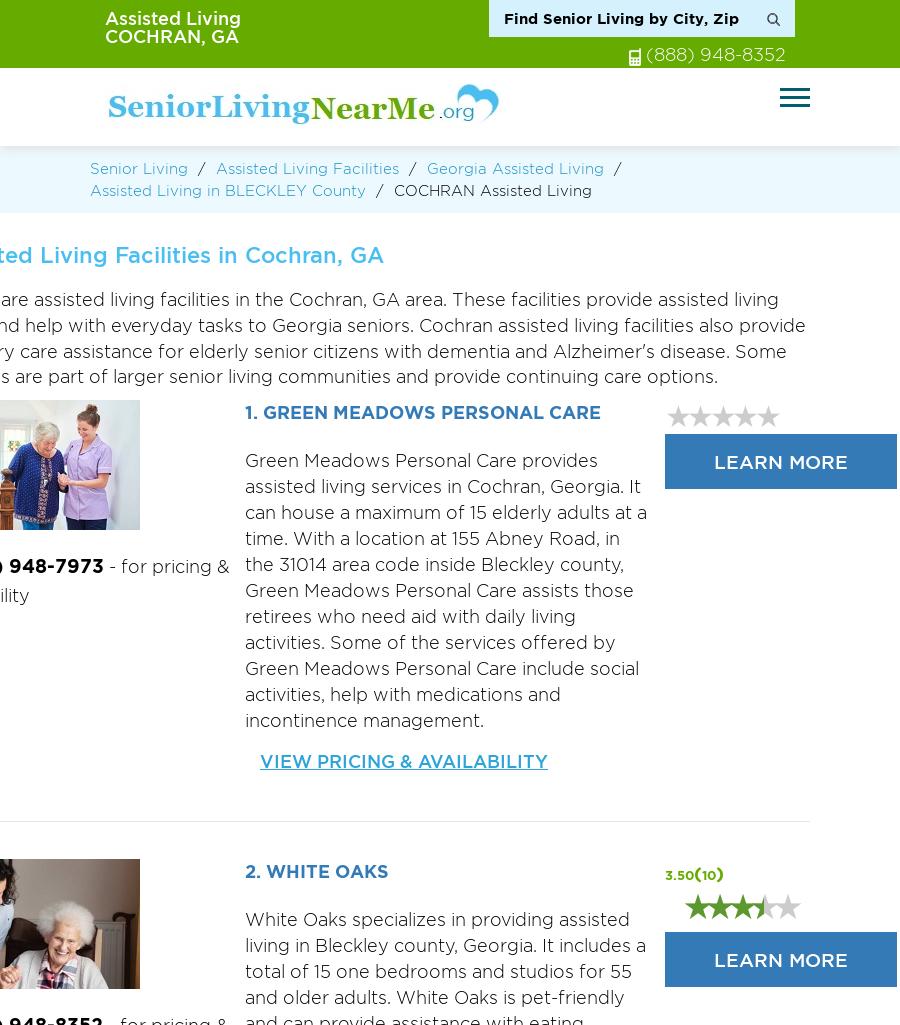 The image size is (900, 1025). What do you see at coordinates (263, 871) in the screenshot?
I see `'White Oaks'` at bounding box center [263, 871].